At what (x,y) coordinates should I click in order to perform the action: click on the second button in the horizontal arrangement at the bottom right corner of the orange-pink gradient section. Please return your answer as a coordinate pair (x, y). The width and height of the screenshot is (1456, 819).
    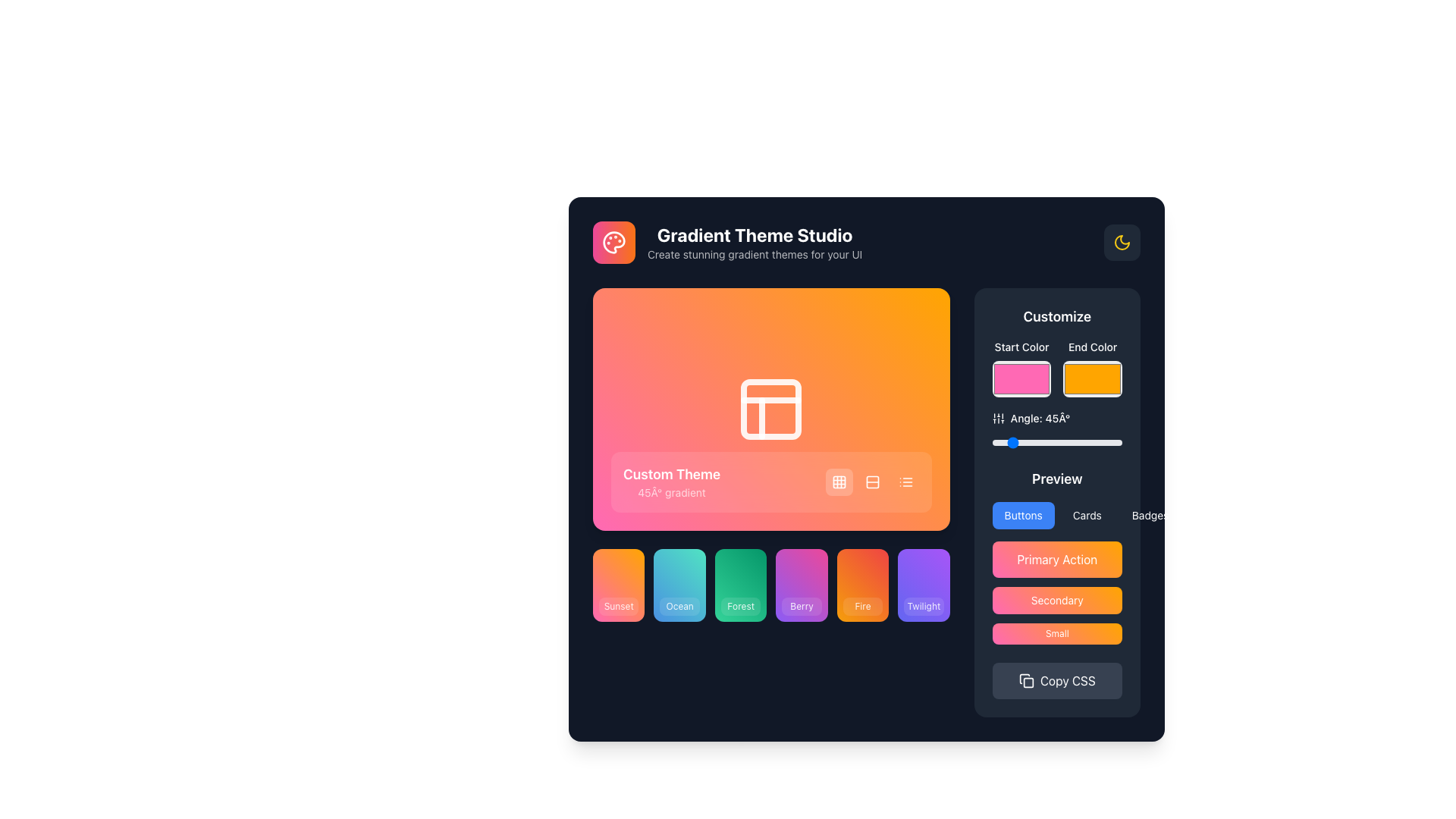
    Looking at the image, I should click on (872, 482).